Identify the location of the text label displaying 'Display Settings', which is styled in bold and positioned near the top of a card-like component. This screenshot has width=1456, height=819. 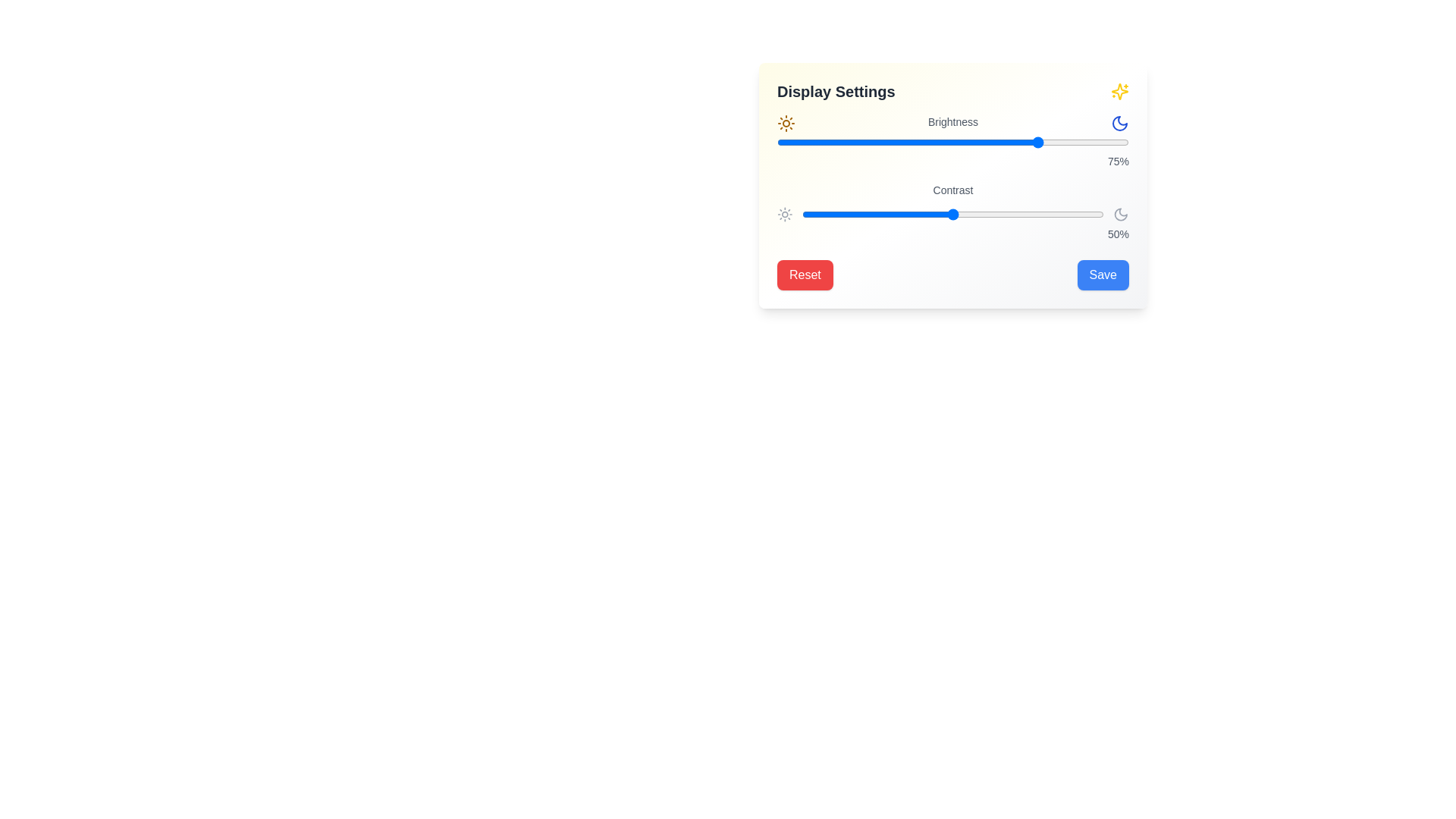
(835, 91).